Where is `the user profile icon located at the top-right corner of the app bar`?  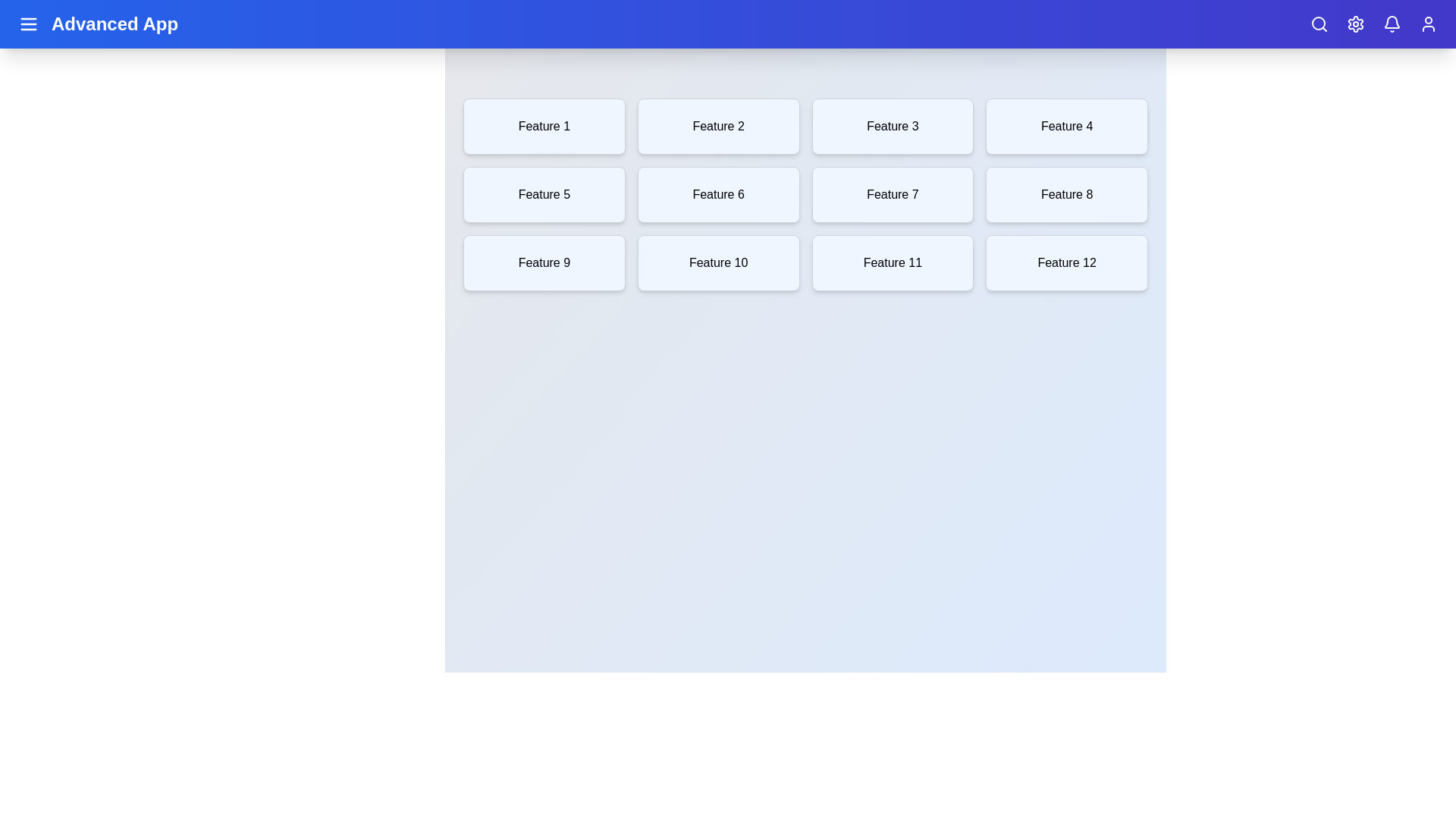
the user profile icon located at the top-right corner of the app bar is located at coordinates (1427, 24).